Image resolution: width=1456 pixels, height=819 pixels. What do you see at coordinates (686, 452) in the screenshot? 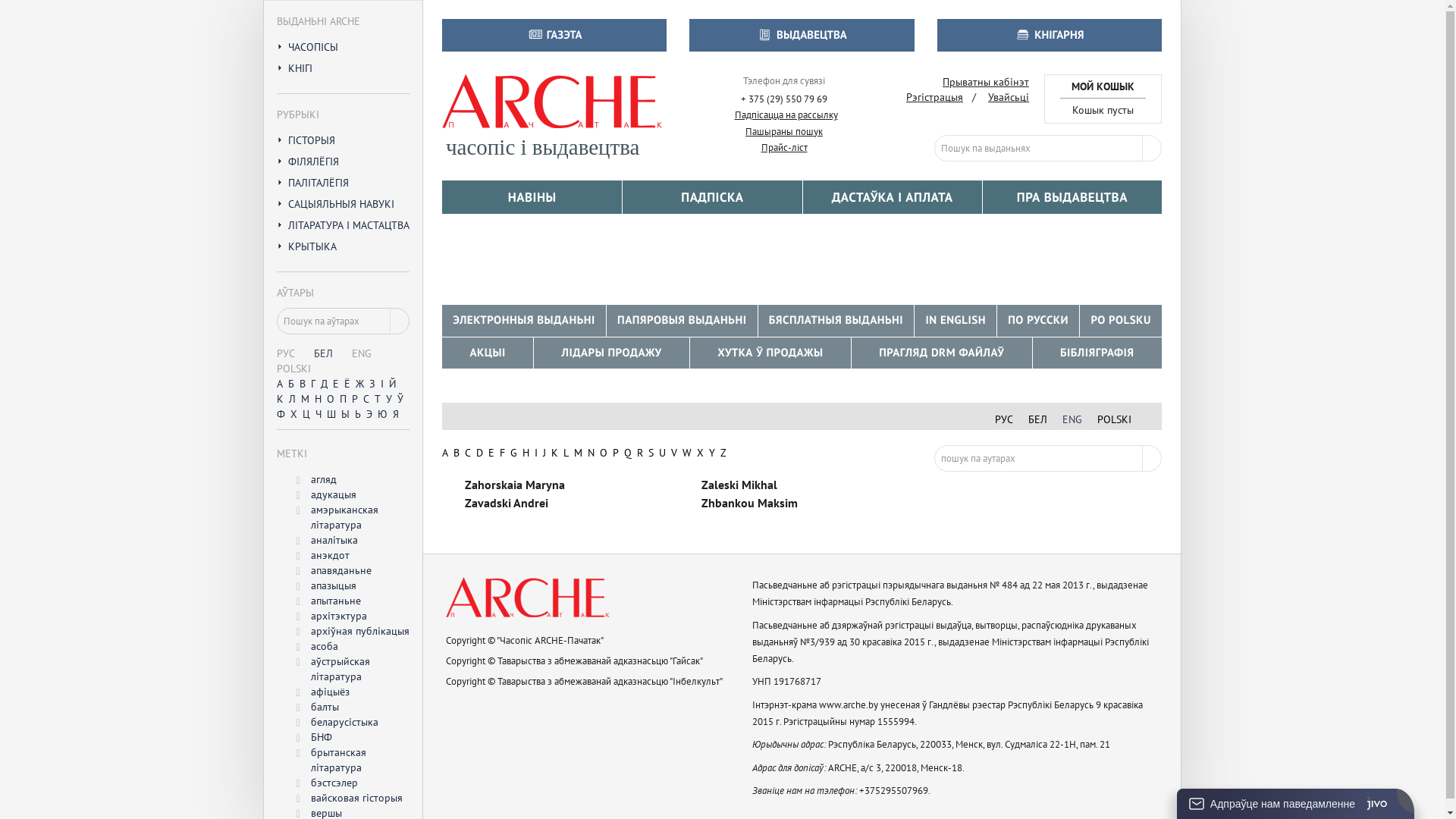
I see `'W'` at bounding box center [686, 452].